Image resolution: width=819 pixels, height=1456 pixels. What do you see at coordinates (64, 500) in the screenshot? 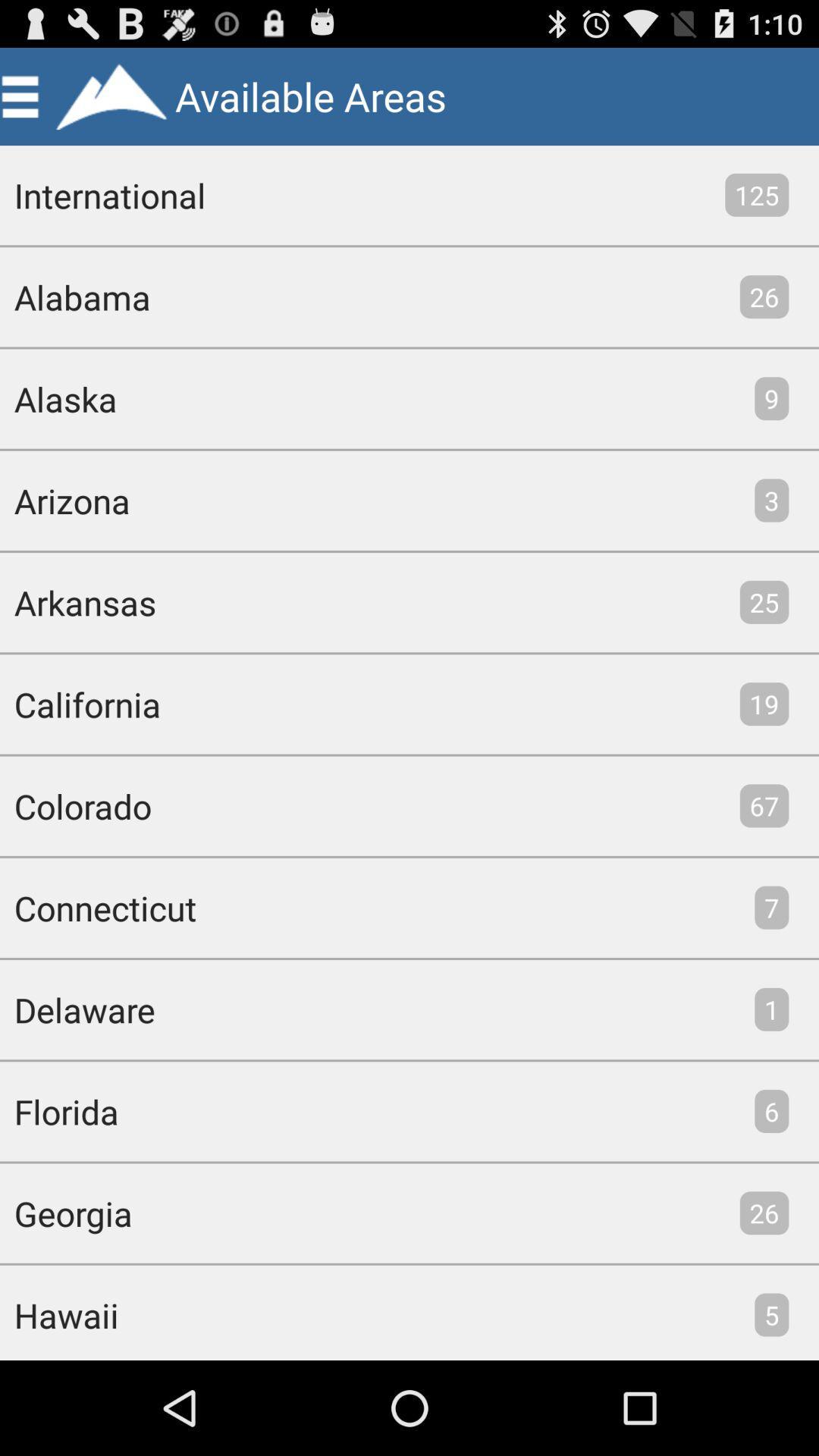
I see `item above arkansas item` at bounding box center [64, 500].